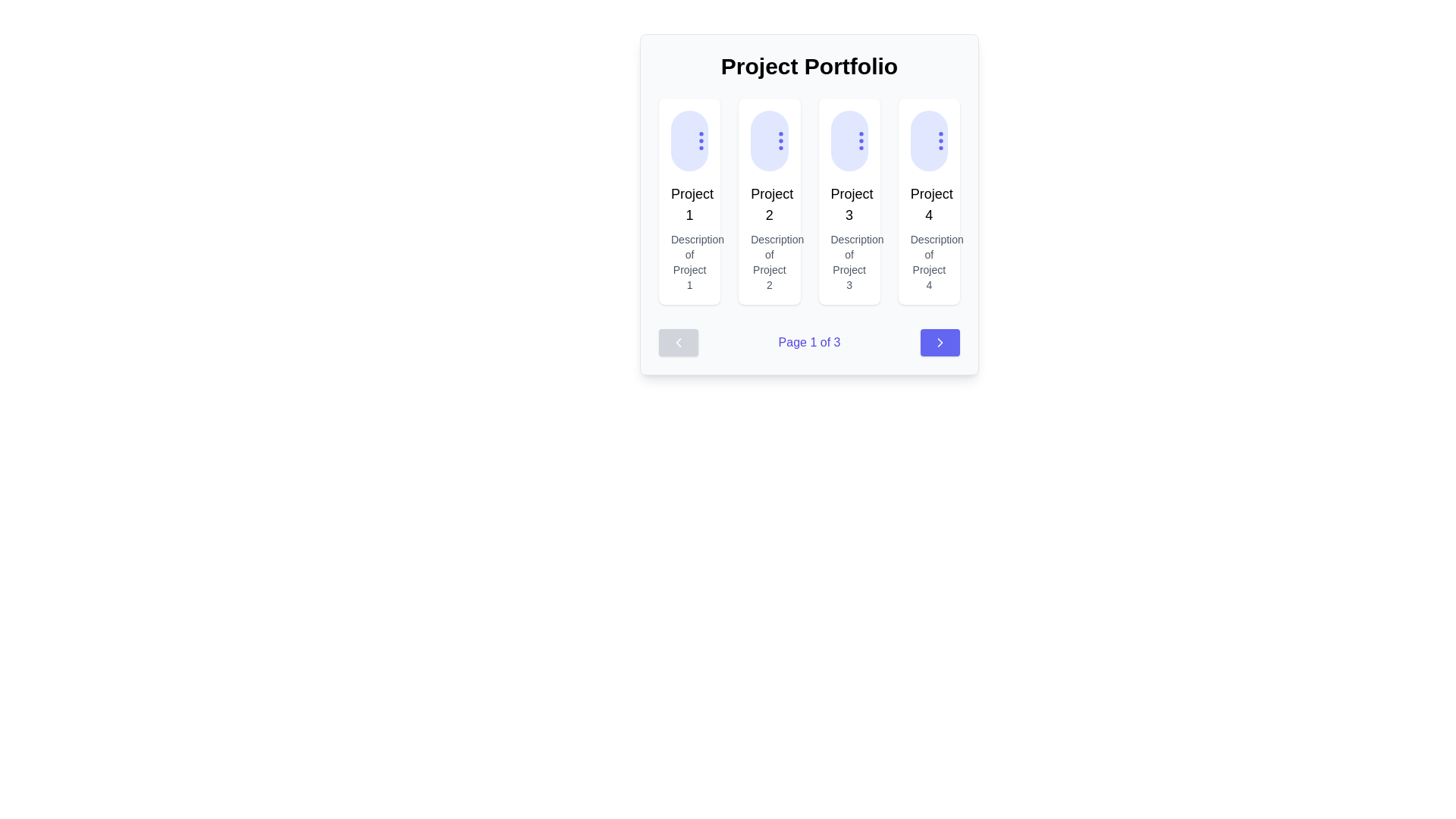 This screenshot has height=819, width=1456. I want to click on the text label 'Project 2' which is bold and centered within the second card of four cards, so click(769, 205).